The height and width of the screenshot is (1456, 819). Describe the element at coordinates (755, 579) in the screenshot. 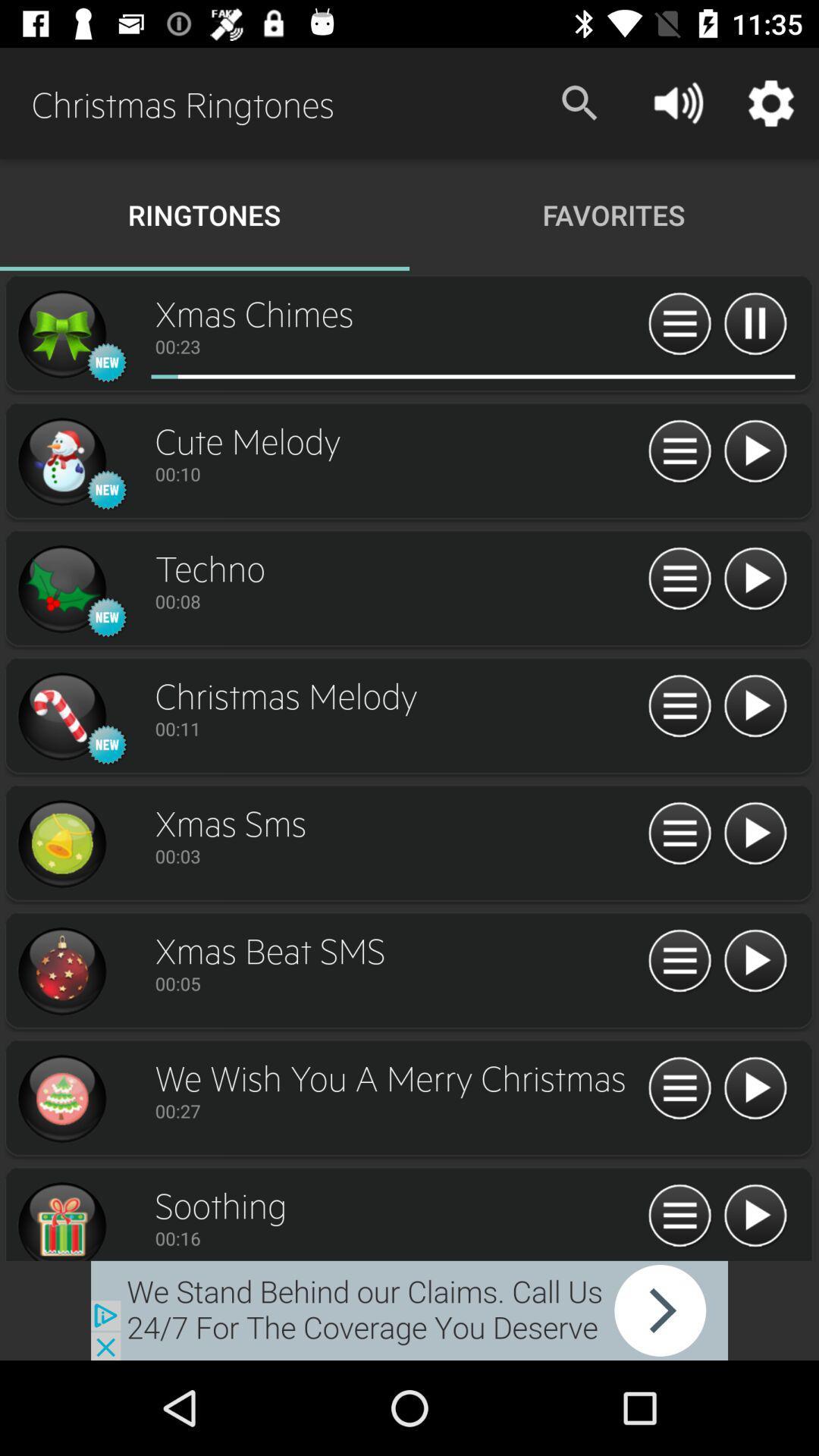

I see `option` at that location.